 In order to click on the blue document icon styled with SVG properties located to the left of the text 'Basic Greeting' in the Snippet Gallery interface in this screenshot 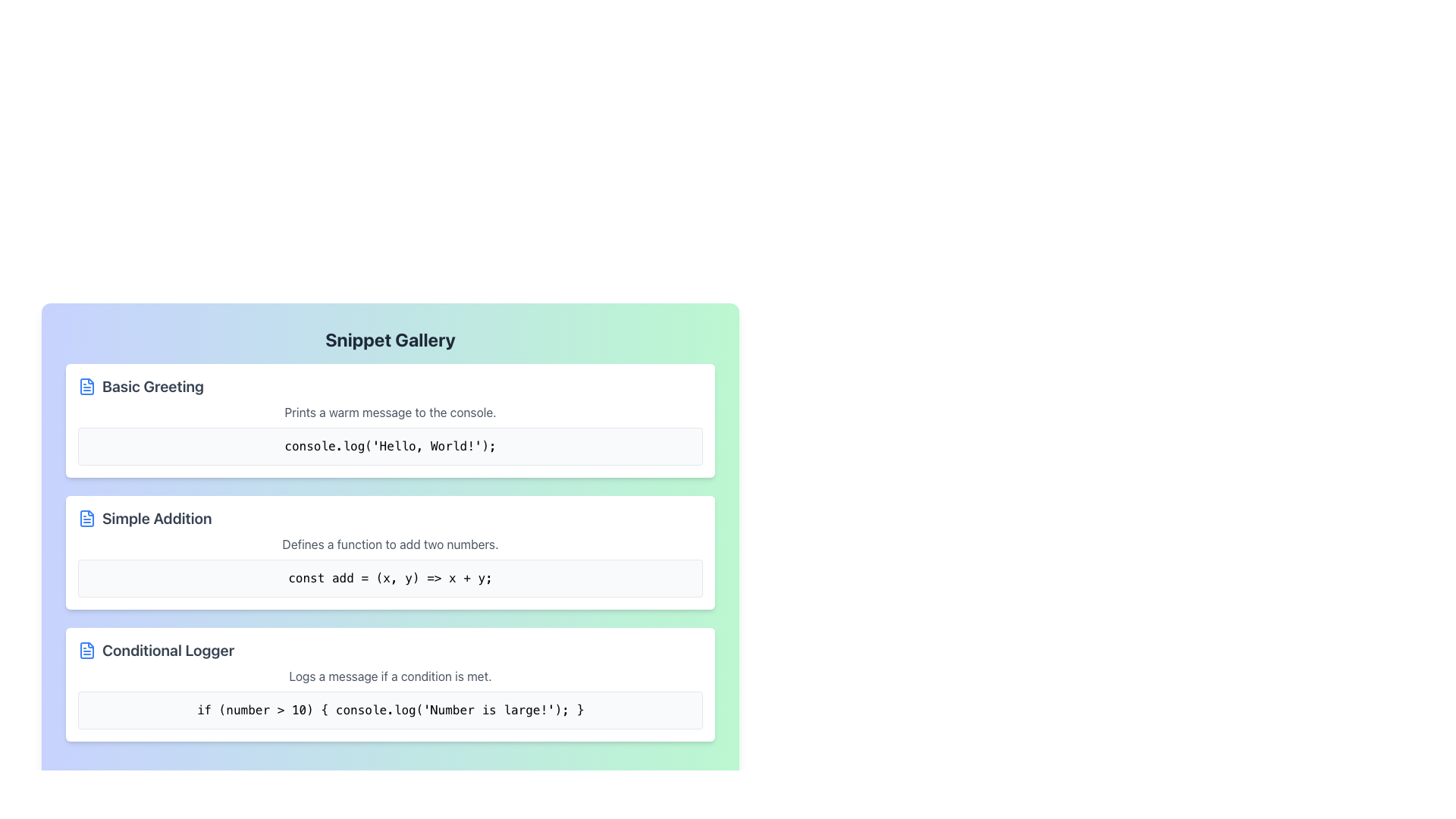, I will do `click(86, 385)`.